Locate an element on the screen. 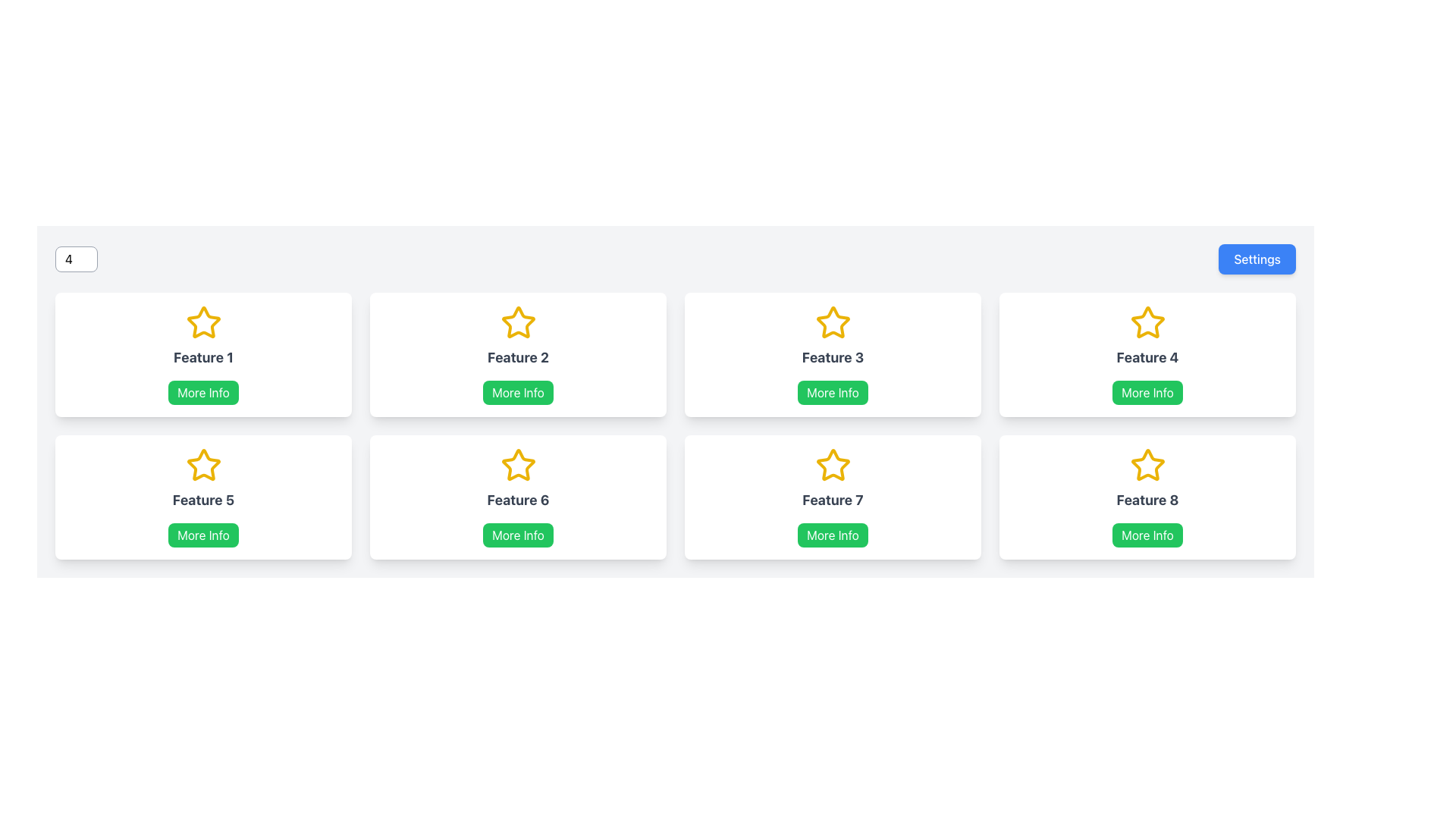 The image size is (1456, 819). the 'More Info' button with a green background and white text, located beneath the title 'Feature 7' in the card layout to potentially display a tooltip is located at coordinates (832, 534).